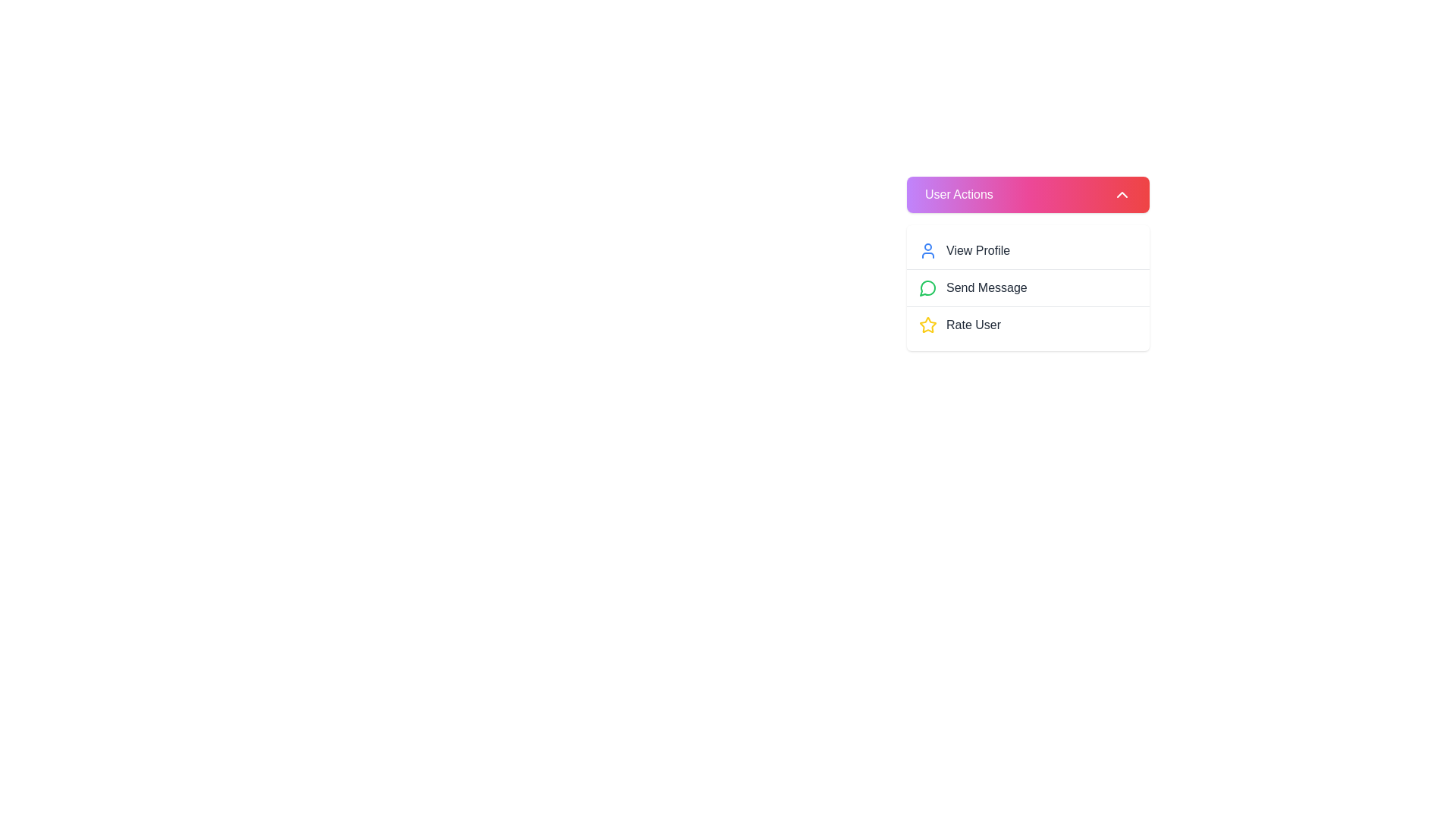 This screenshot has width=1456, height=819. Describe the element at coordinates (927, 324) in the screenshot. I see `the Decorative Icon related to the 'Rate User' menu option, located near the bottom-right section of the menu` at that location.